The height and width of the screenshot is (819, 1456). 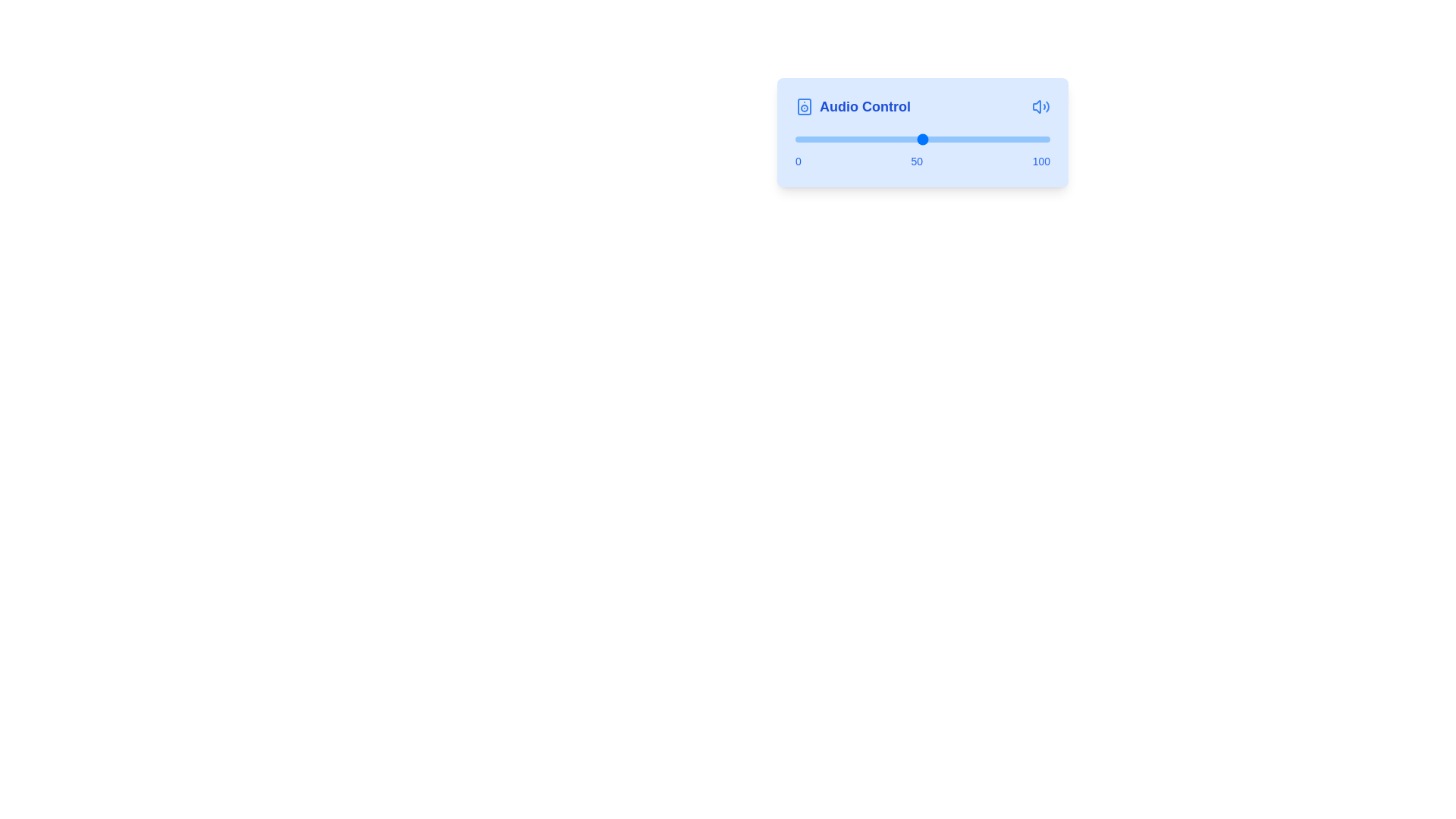 I want to click on the audio level, so click(x=949, y=140).